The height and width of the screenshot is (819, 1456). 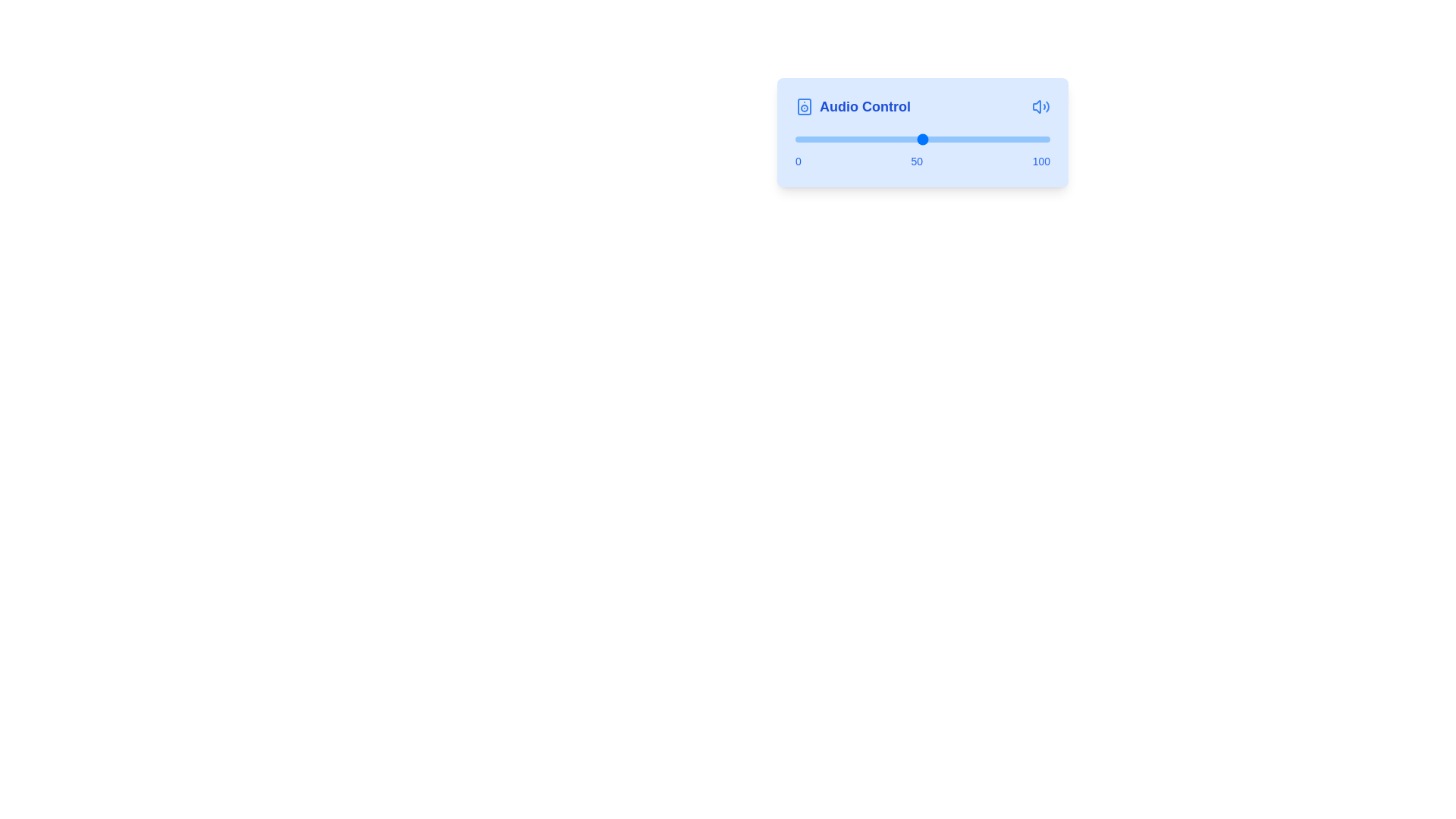 I want to click on the audio level, so click(x=949, y=140).